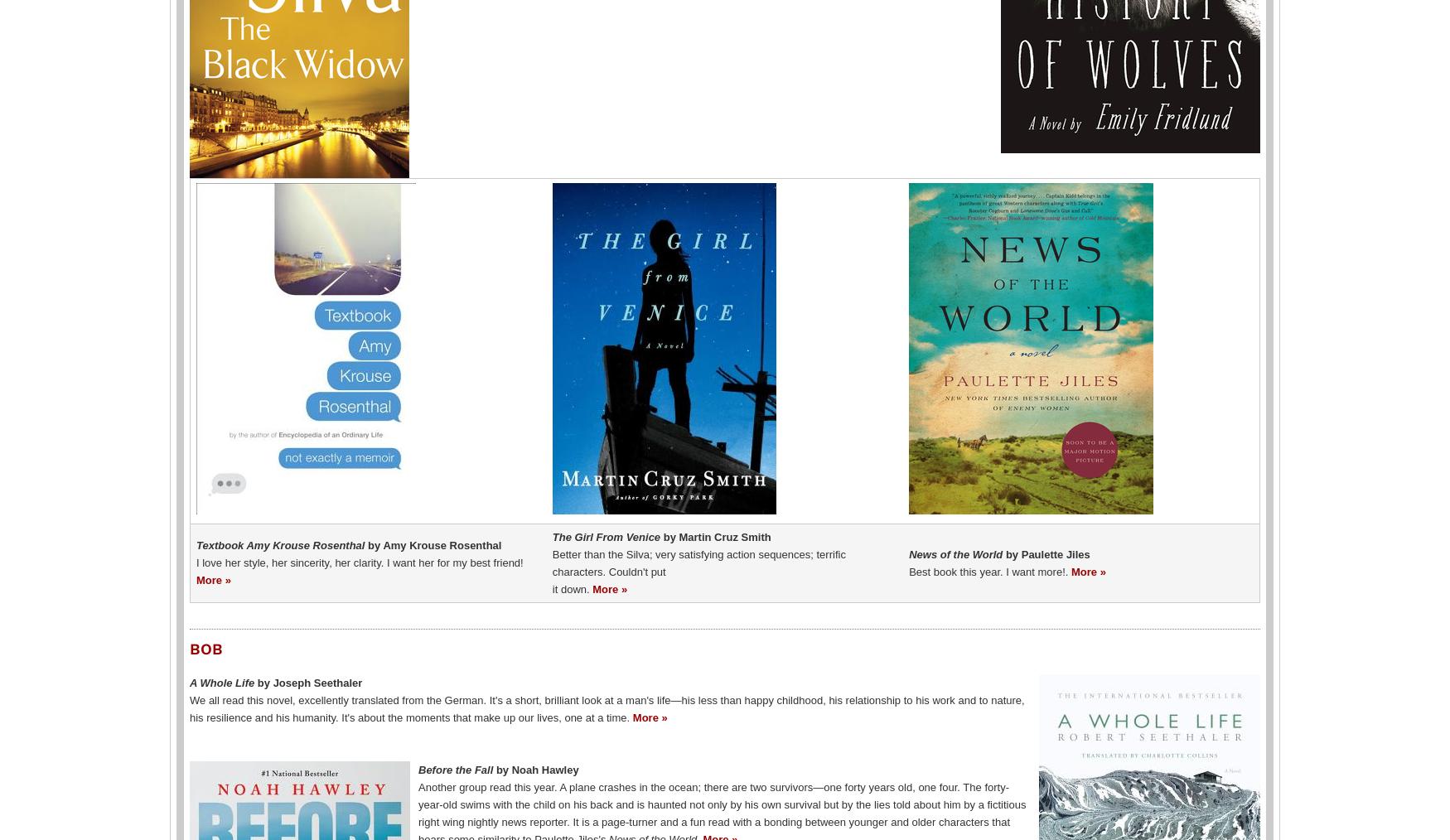 This screenshot has height=840, width=1450. What do you see at coordinates (190, 707) in the screenshot?
I see `'We all read this novel, excellently translated from the German. It's a short, brilliant look at a man's life—his less than happy childhood, his relationship to his work and to nature, his resilience and his humanity. It's about the moments that make up our lives, one at a time.'` at bounding box center [190, 707].